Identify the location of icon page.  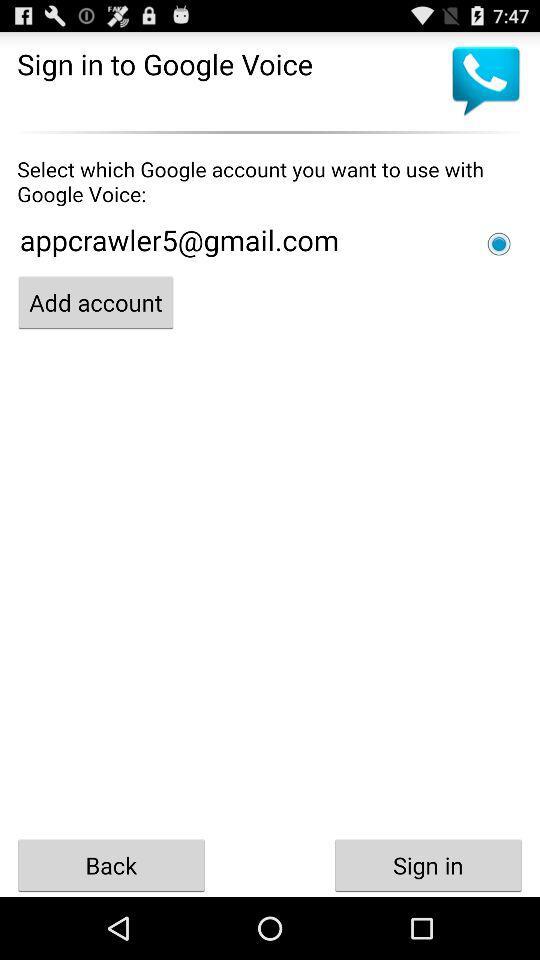
(498, 243).